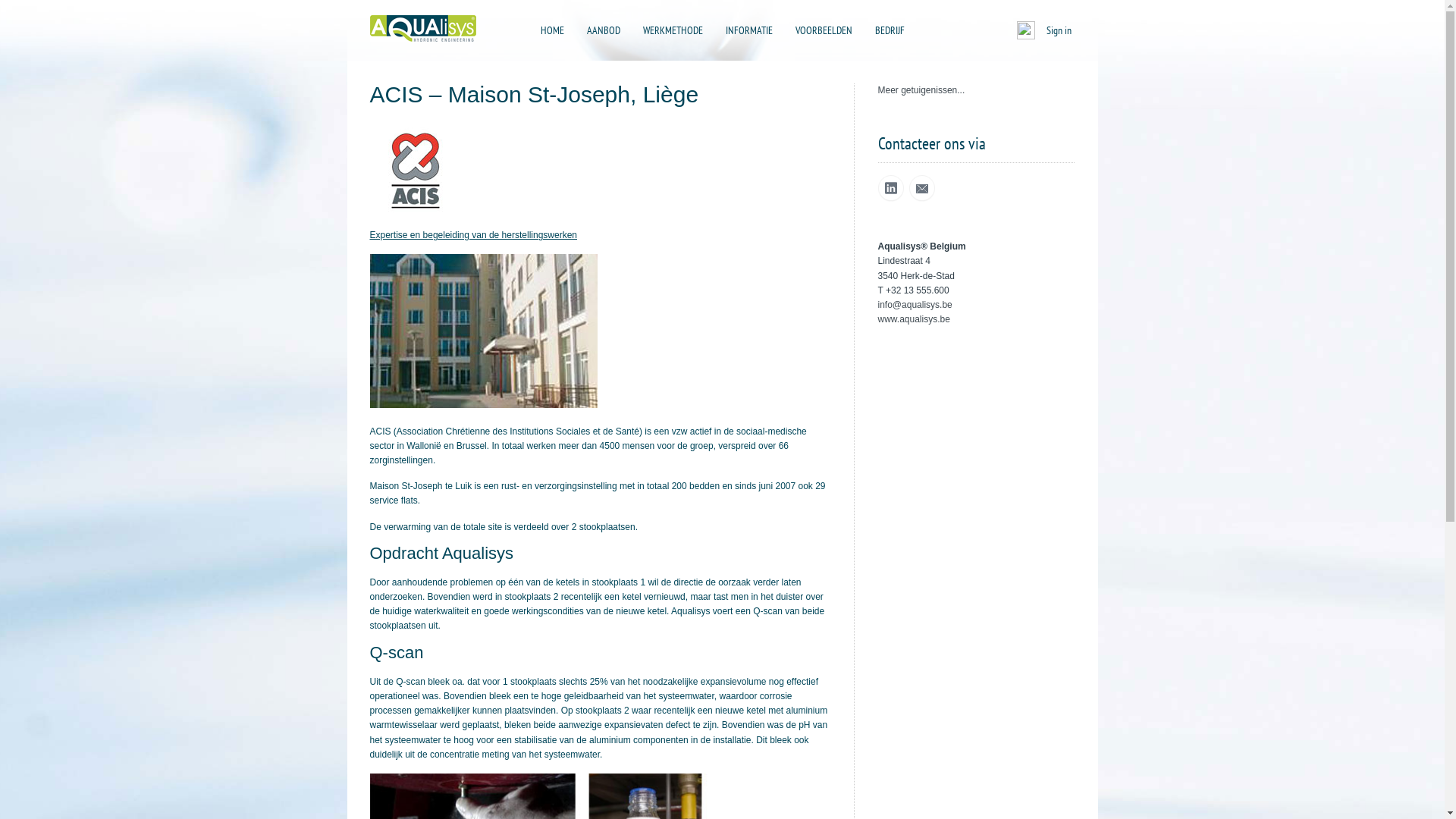 The width and height of the screenshot is (1456, 819). I want to click on 'Email', so click(920, 187).